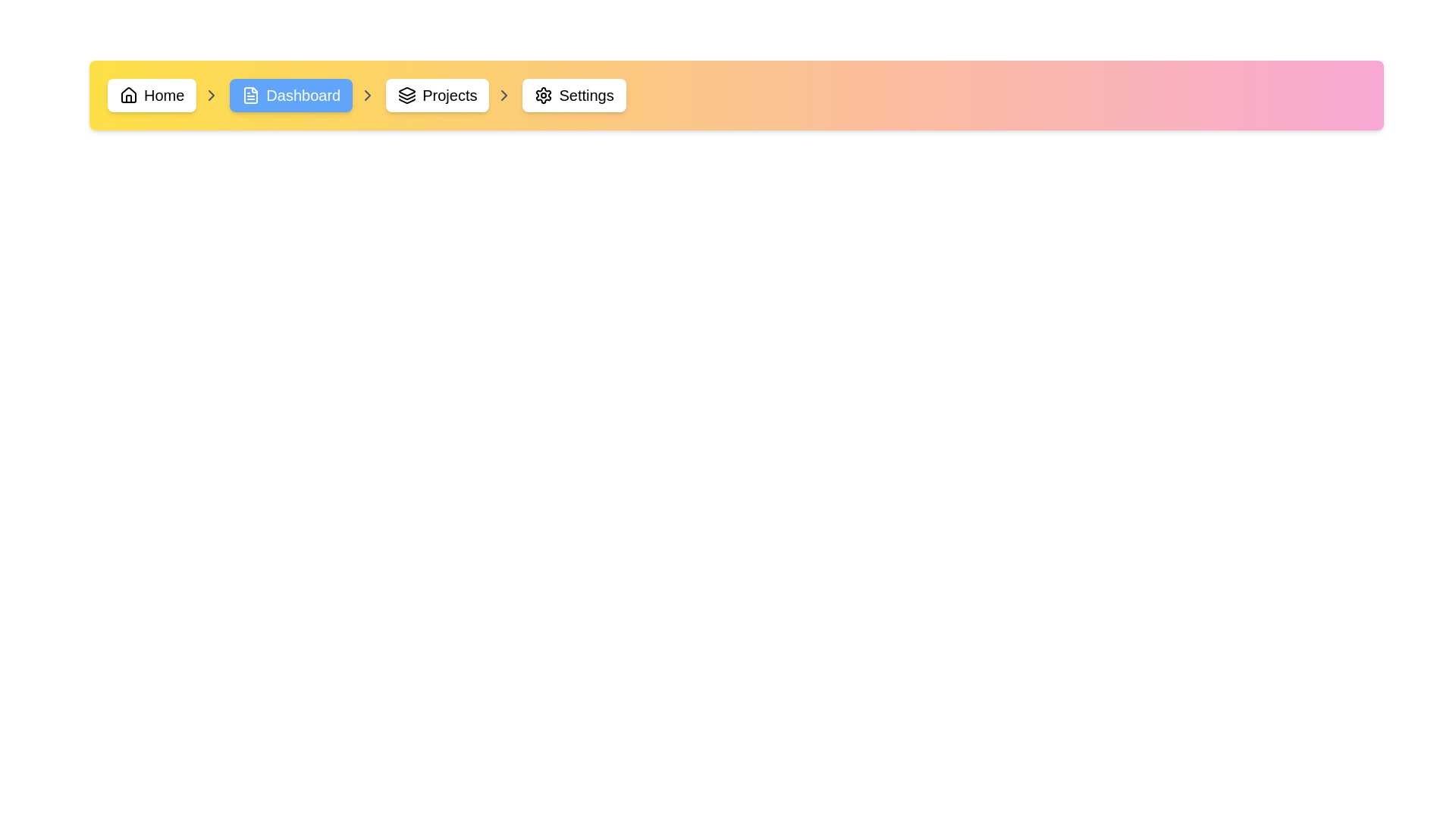 This screenshot has height=819, width=1456. What do you see at coordinates (407, 91) in the screenshot?
I see `the decorative icon in the breadcrumb menu bar that indicates the 'Projects' section, assisting users in navigation` at bounding box center [407, 91].